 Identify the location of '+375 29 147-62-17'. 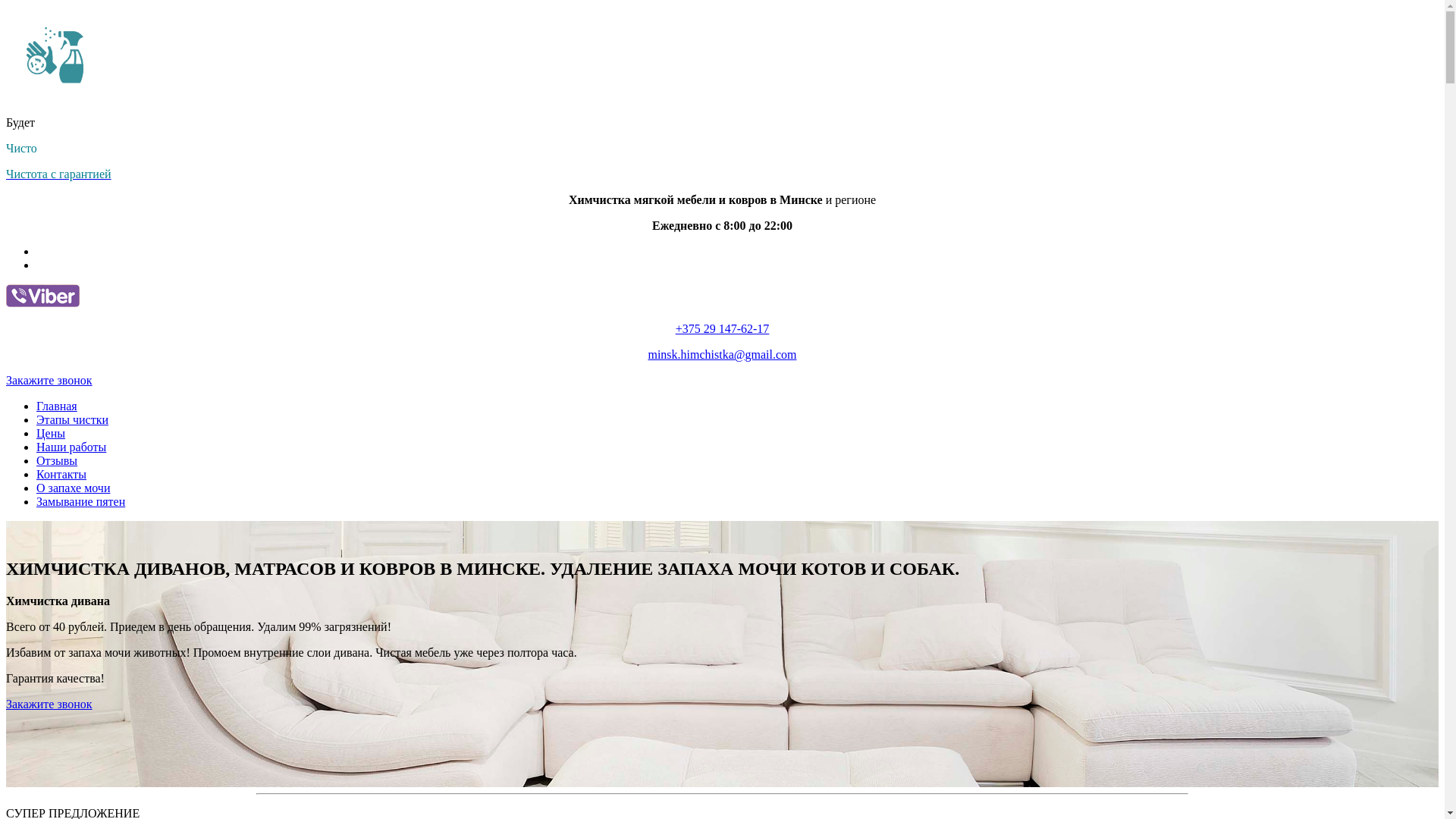
(722, 328).